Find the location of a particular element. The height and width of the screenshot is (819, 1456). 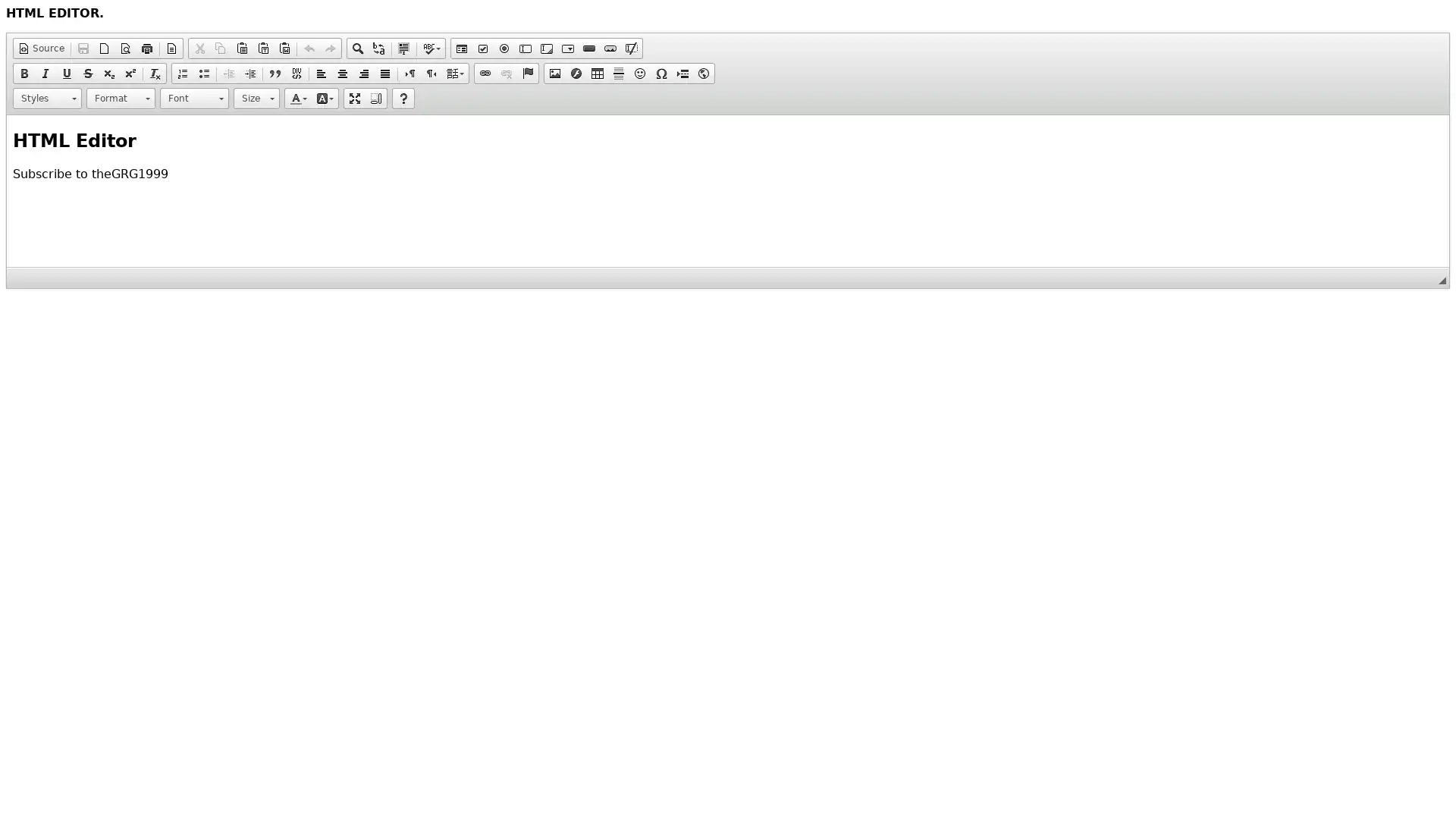

New Page is located at coordinates (104, 48).